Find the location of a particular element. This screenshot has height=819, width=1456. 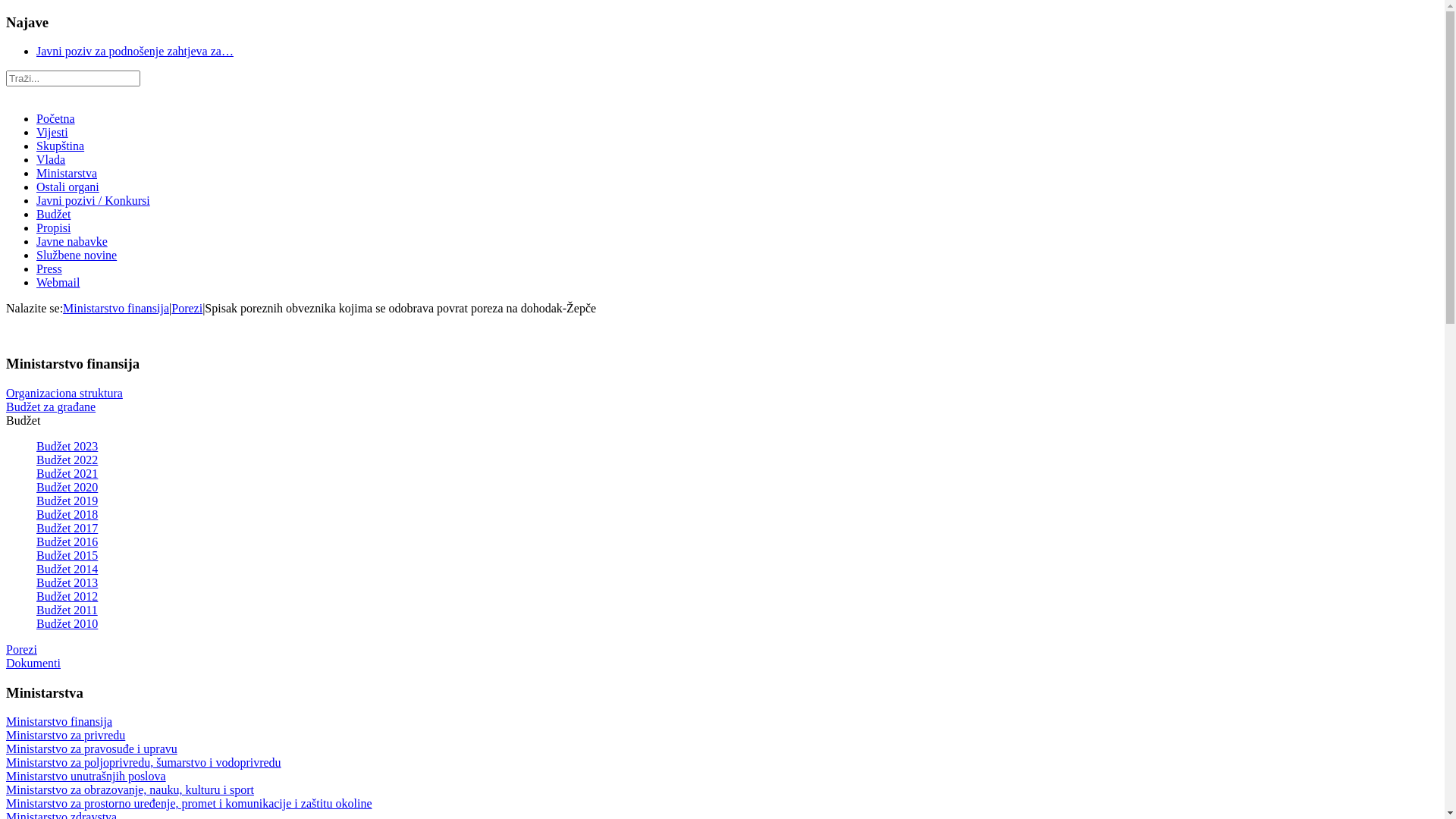

'Ministarstva' is located at coordinates (65, 172).